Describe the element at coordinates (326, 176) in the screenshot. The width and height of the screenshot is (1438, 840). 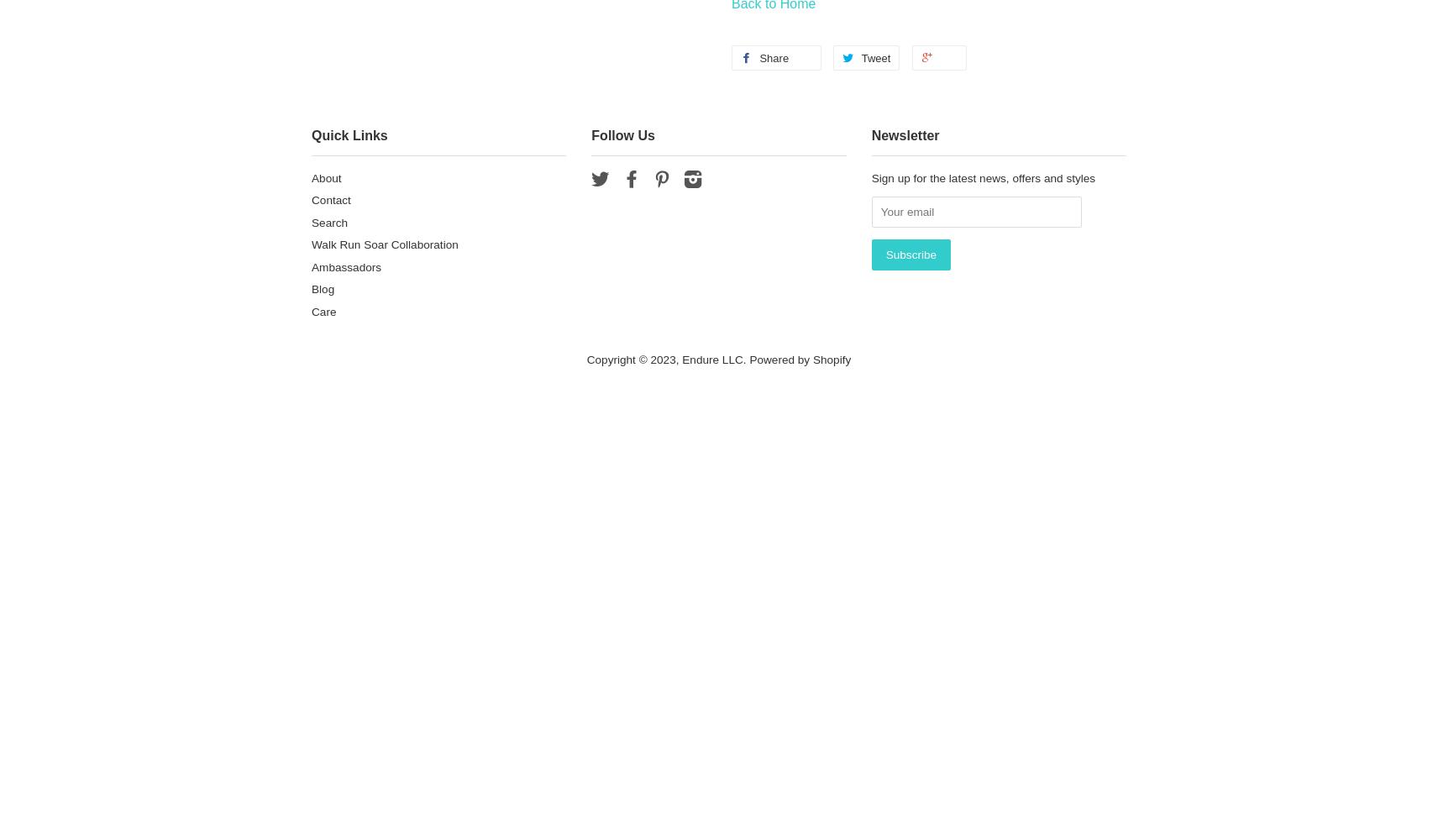
I see `'About'` at that location.